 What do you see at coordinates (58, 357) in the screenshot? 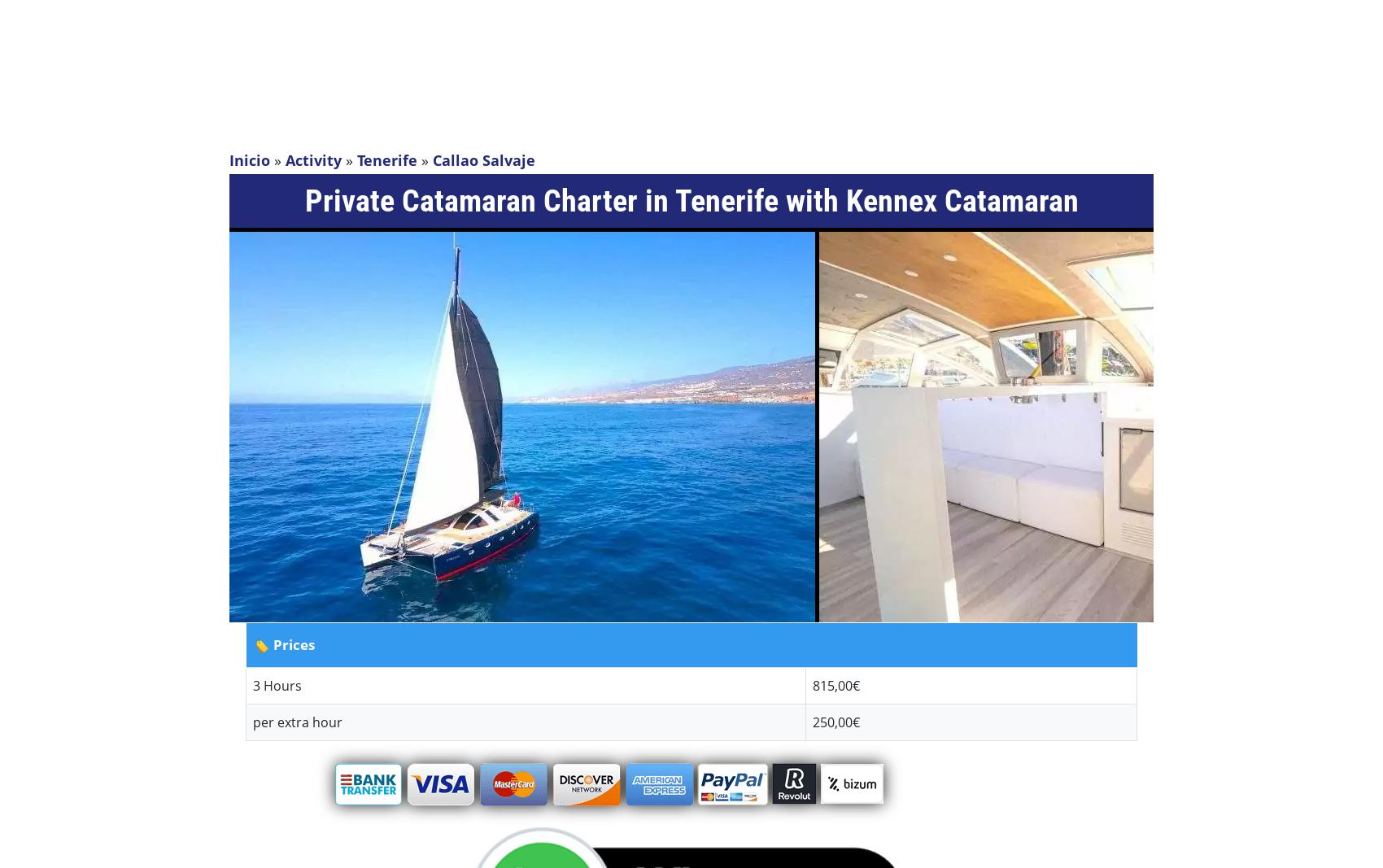
I see `'Romantic'` at bounding box center [58, 357].